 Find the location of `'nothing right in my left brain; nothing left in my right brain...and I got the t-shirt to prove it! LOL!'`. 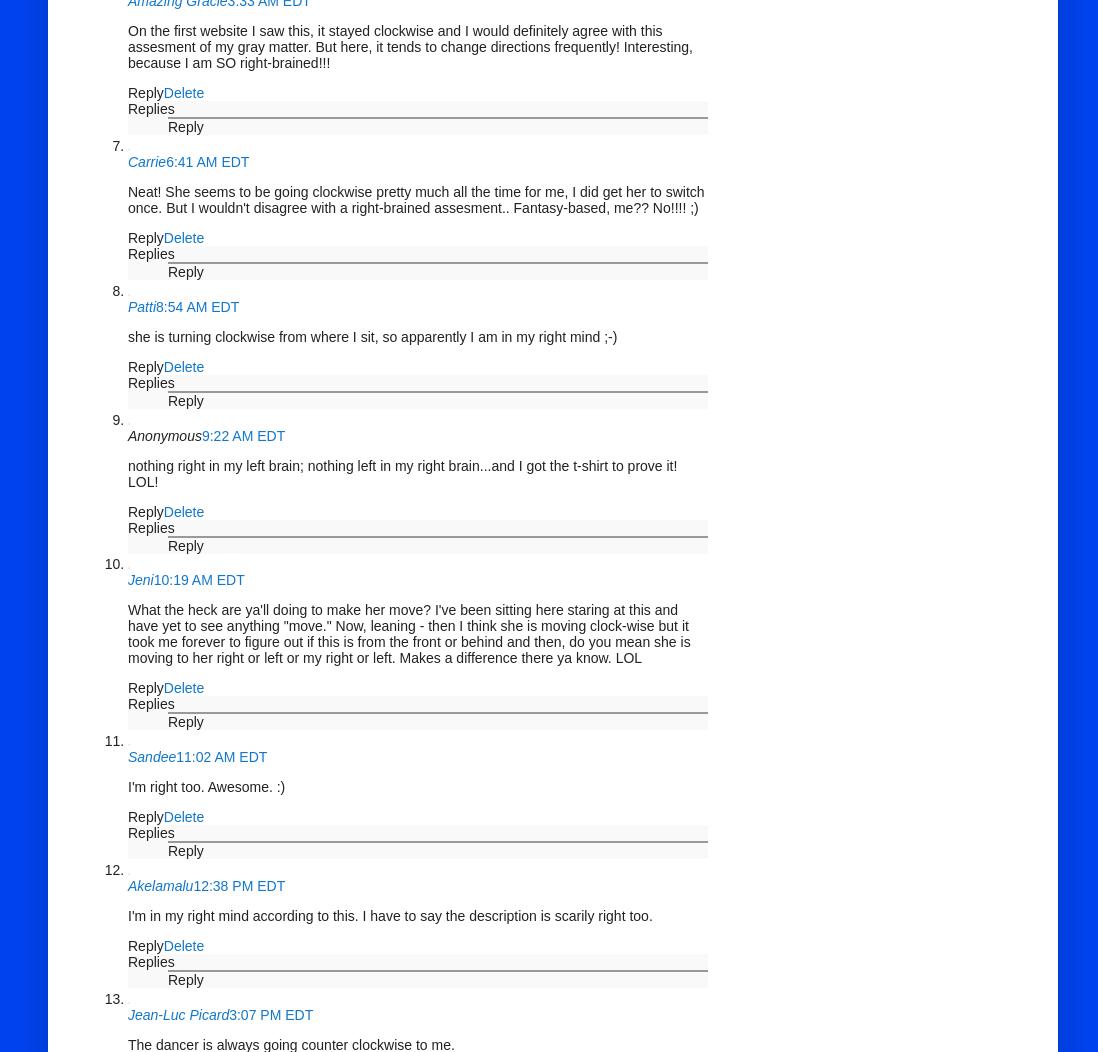

'nothing right in my left brain; nothing left in my right brain...and I got the t-shirt to prove it! LOL!' is located at coordinates (401, 472).